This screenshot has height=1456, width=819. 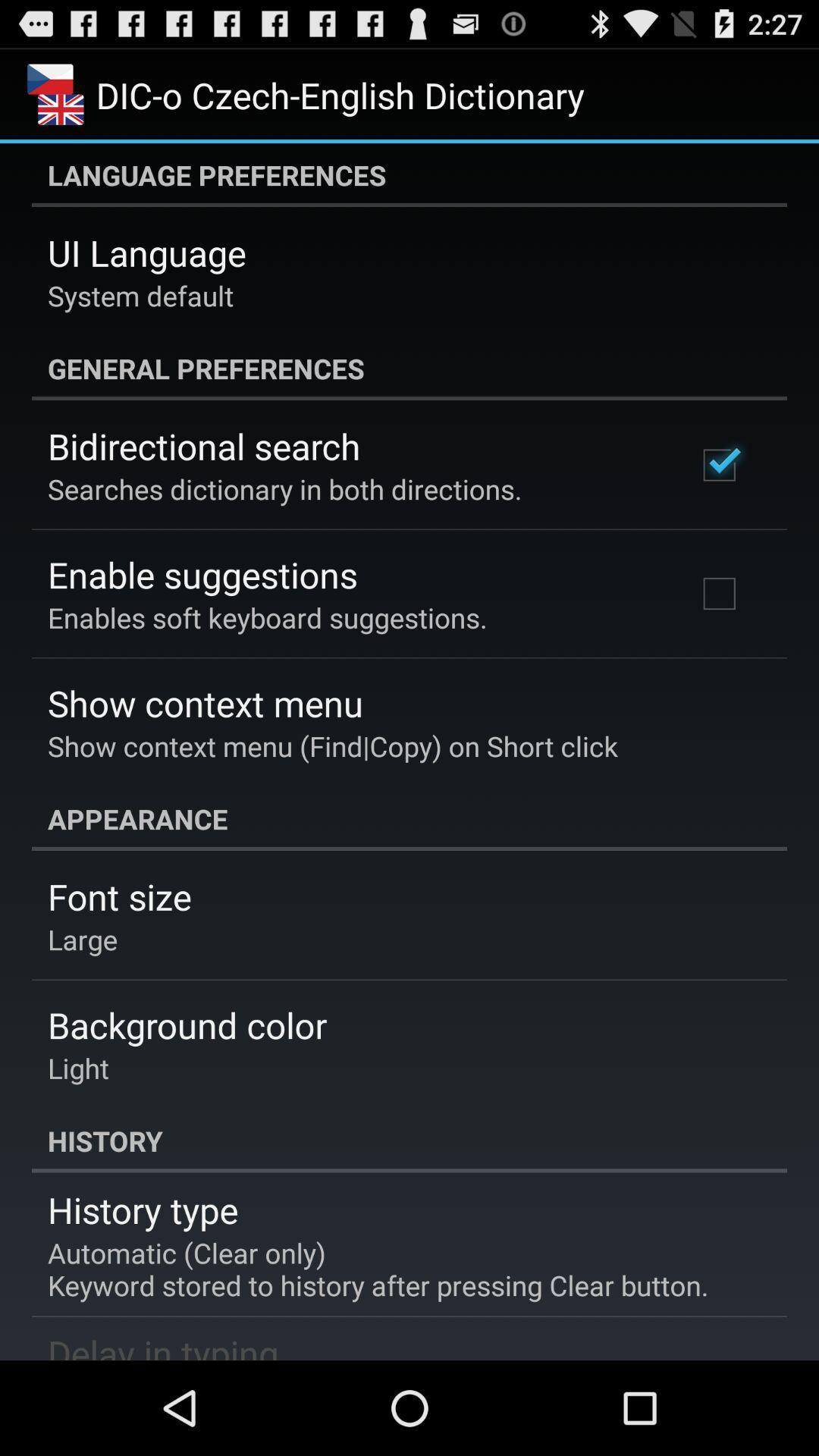 I want to click on the system default item, so click(x=140, y=295).